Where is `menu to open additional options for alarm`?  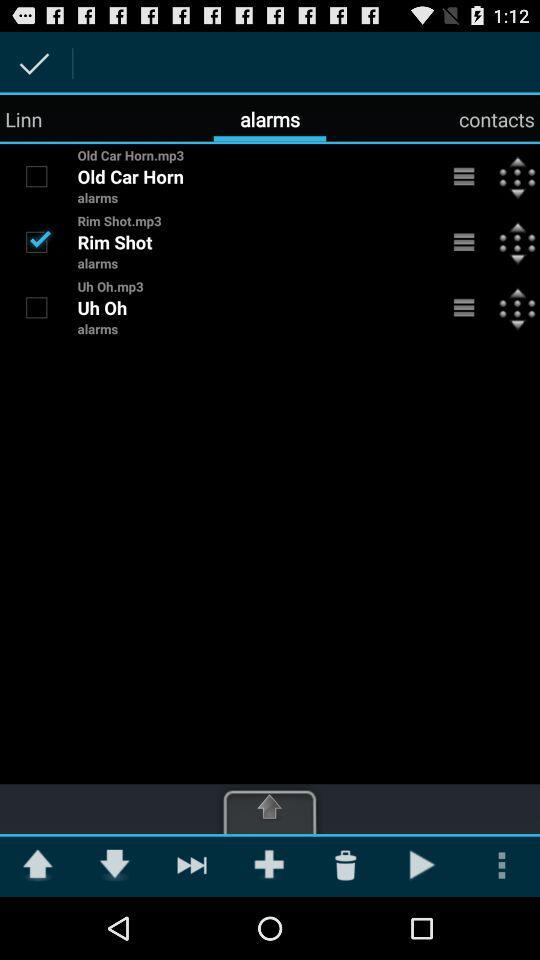
menu to open additional options for alarm is located at coordinates (464, 307).